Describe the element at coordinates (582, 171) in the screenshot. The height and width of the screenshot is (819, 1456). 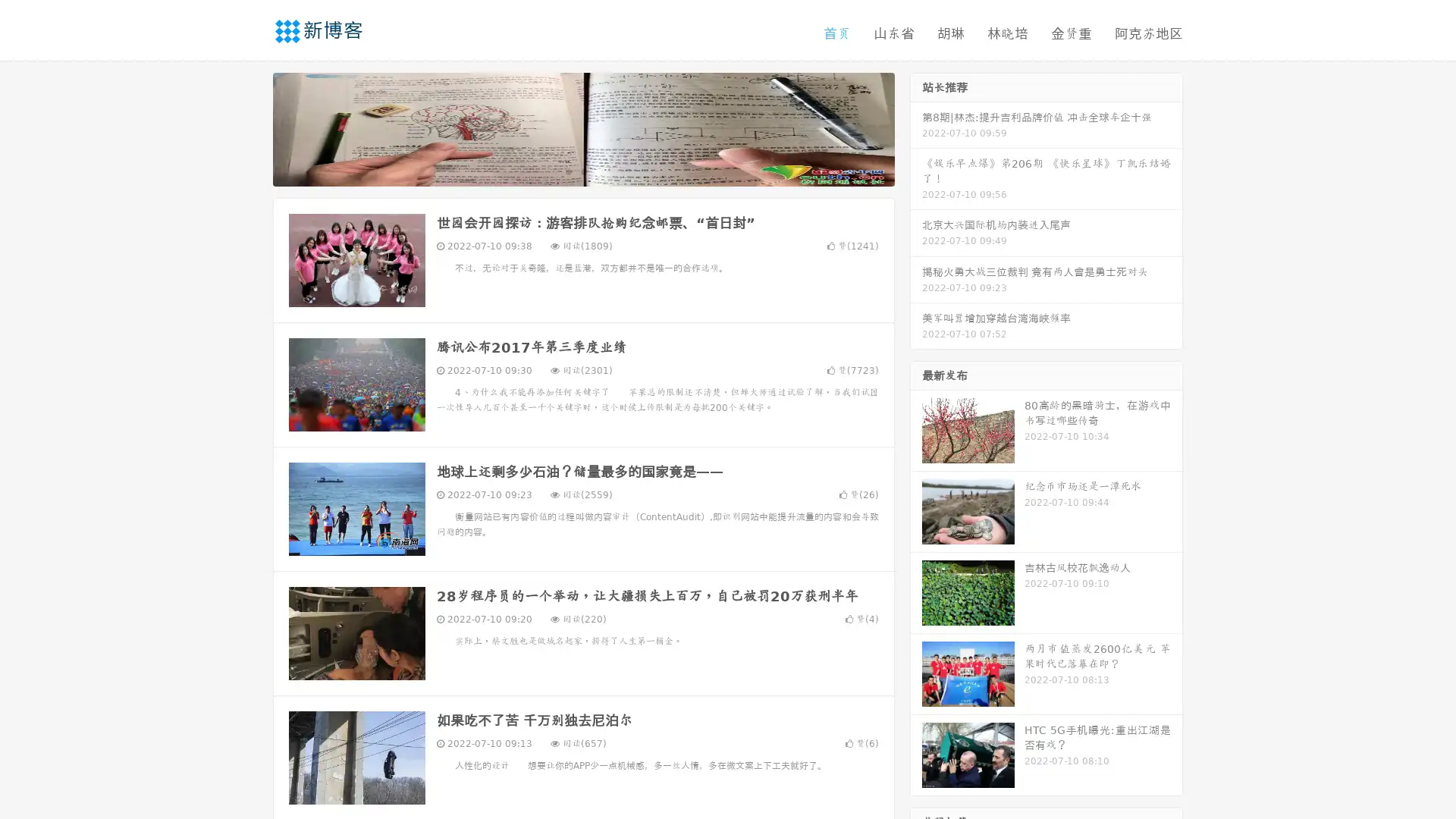
I see `Go to slide 2` at that location.